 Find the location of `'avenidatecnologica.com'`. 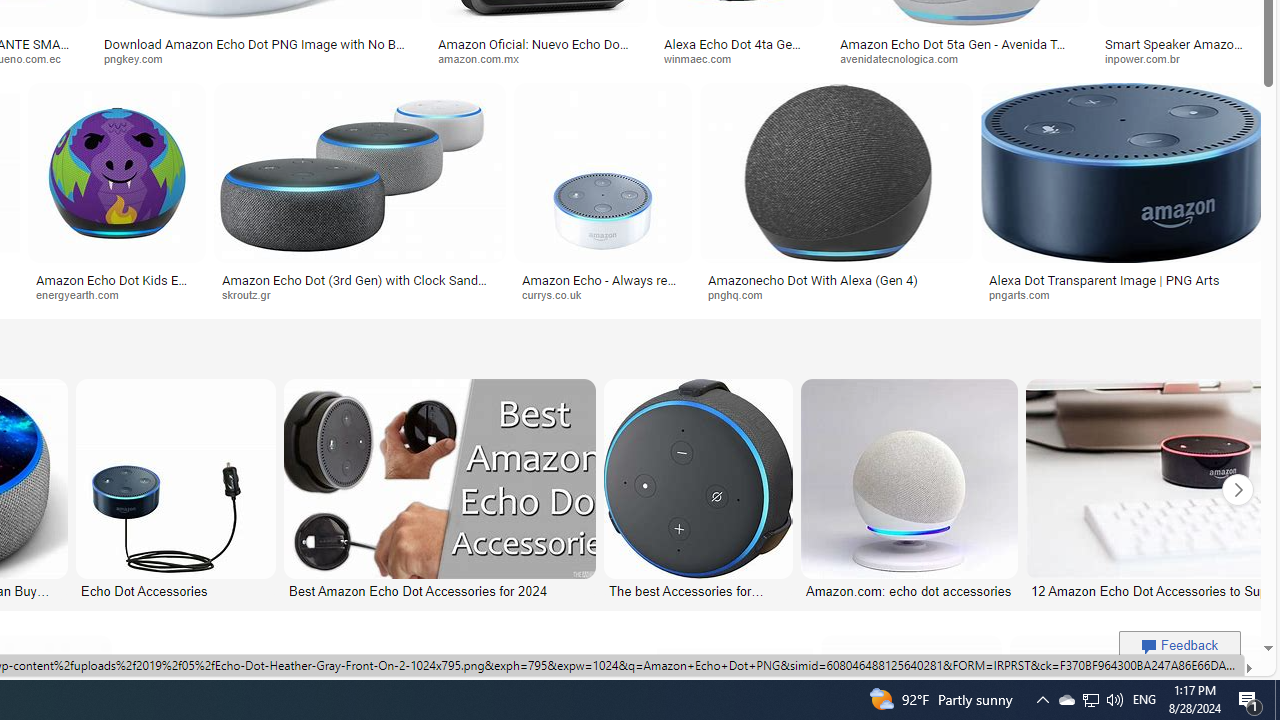

'avenidatecnologica.com' is located at coordinates (905, 57).